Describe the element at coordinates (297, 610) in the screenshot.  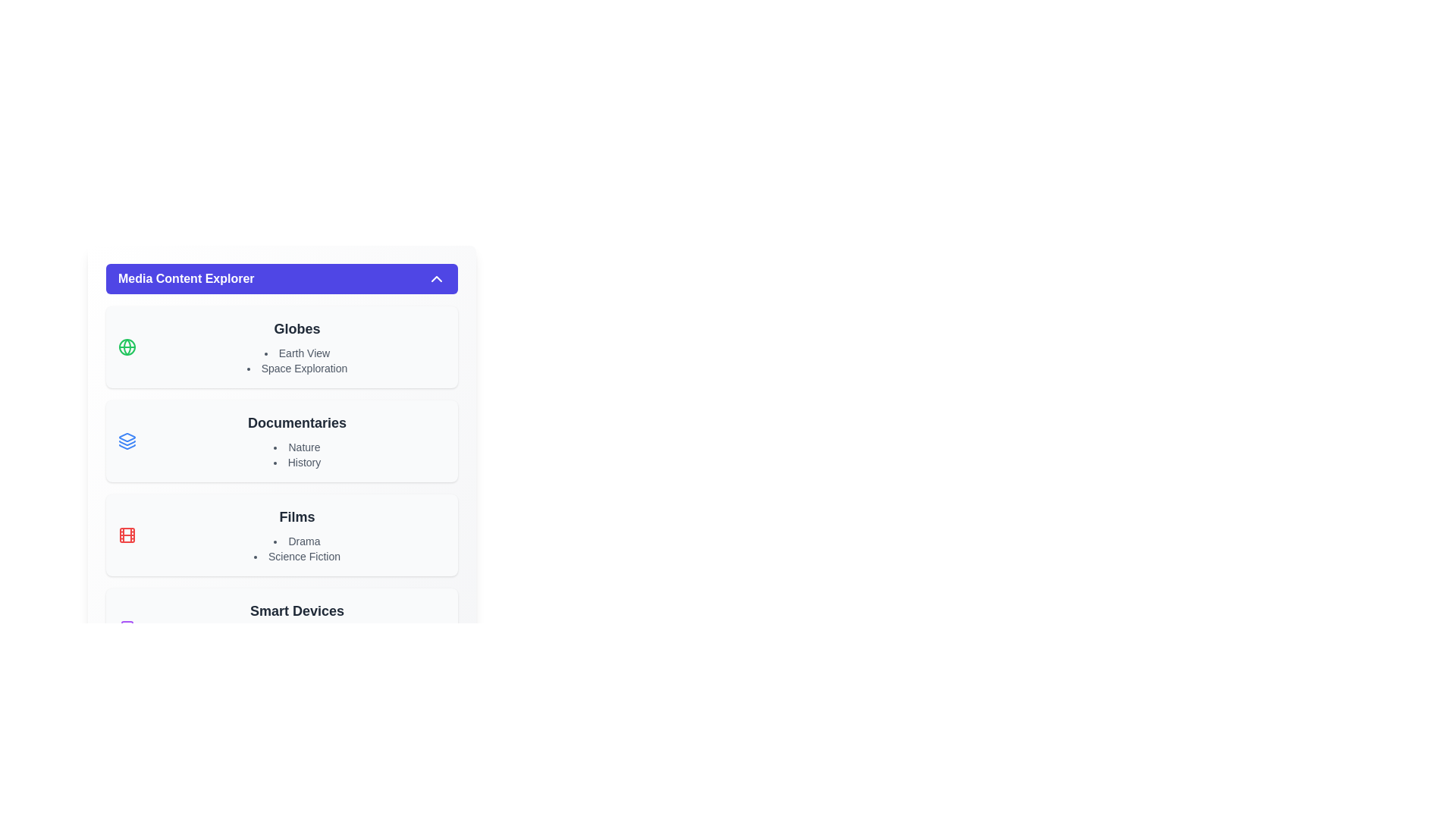
I see `the Text Label that serves as a header for a section related to smart devices, positioned centrally above its siblings like 'Tablets' and 'Watches'` at that location.